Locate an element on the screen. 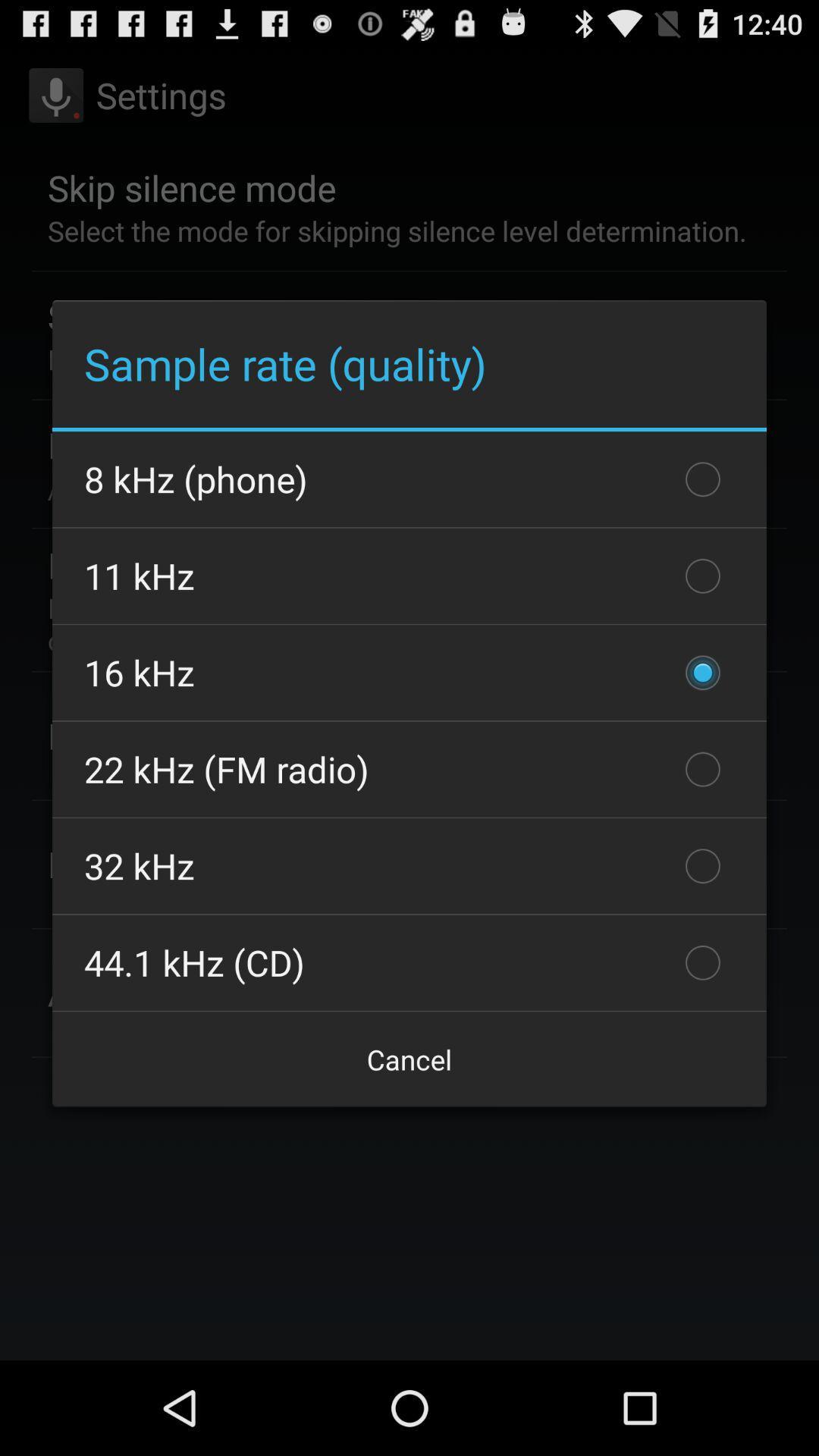 The height and width of the screenshot is (1456, 819). cancel button is located at coordinates (409, 1059).